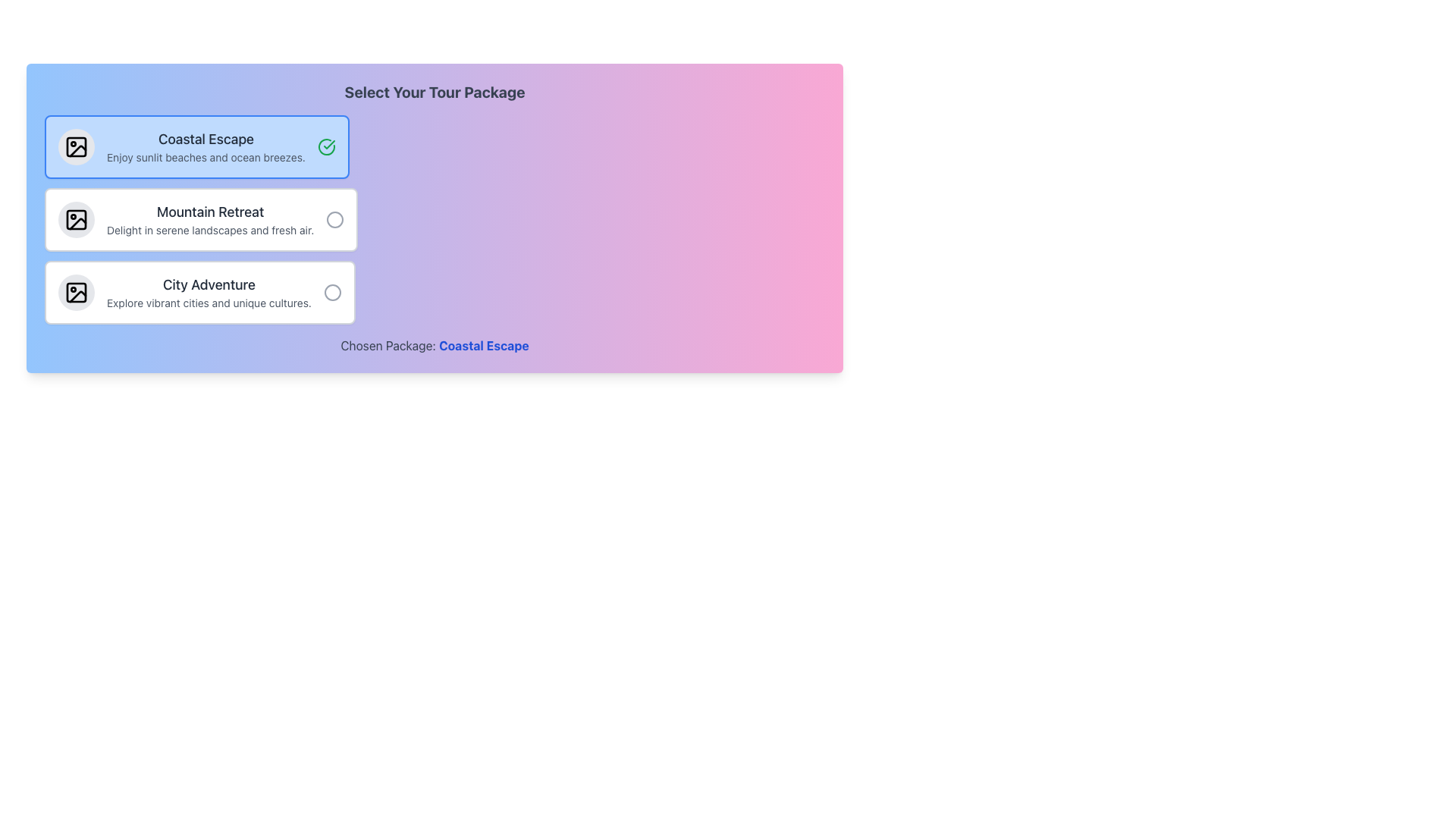 This screenshot has width=1456, height=819. I want to click on the green checkmark SVG icon located at the far-right of the 'Coastal Escape' card, the first card in the top row of three horizontally aligned cards, so click(325, 146).